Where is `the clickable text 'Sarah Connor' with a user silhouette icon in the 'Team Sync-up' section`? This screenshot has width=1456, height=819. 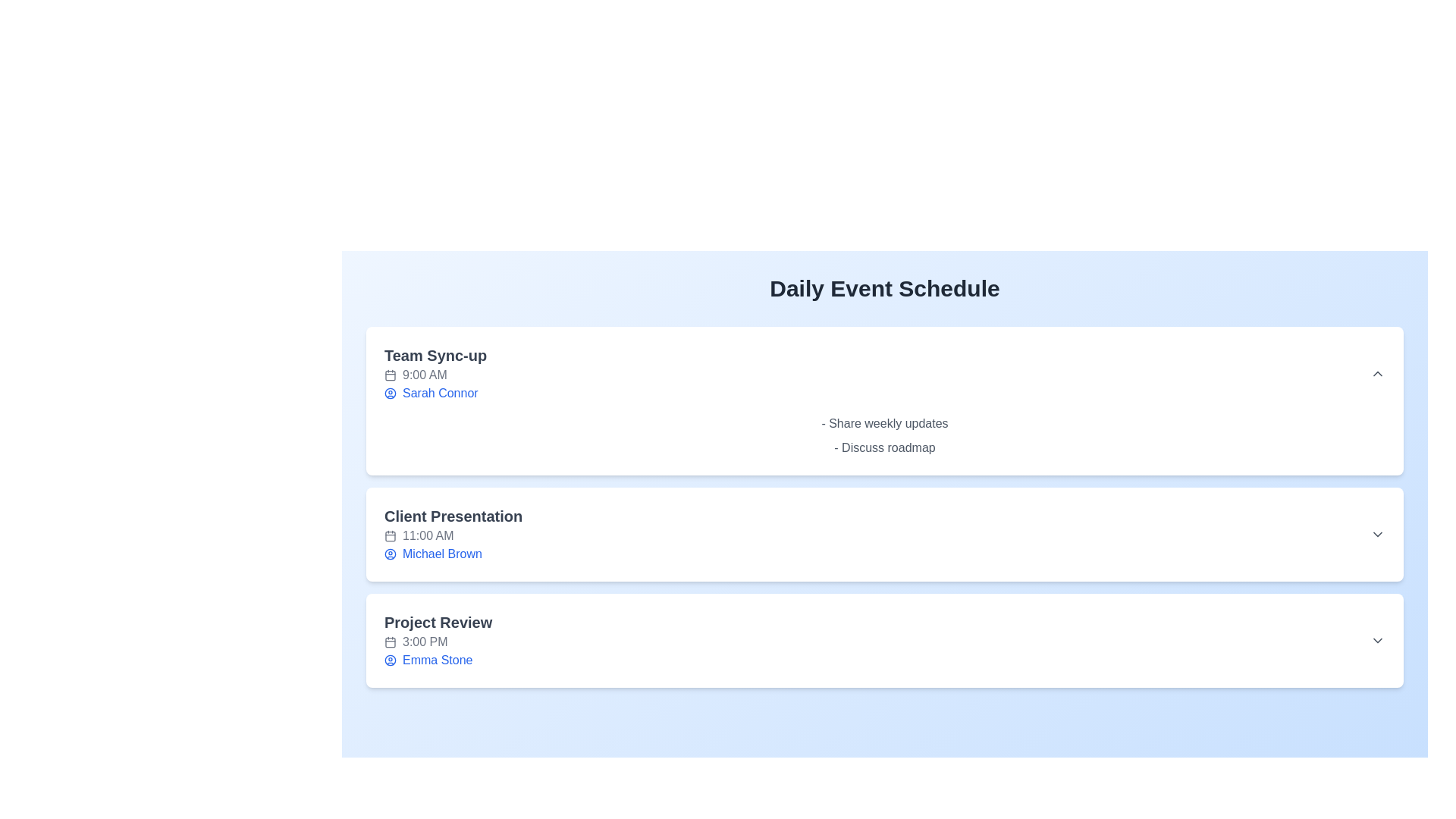 the clickable text 'Sarah Connor' with a user silhouette icon in the 'Team Sync-up' section is located at coordinates (435, 393).